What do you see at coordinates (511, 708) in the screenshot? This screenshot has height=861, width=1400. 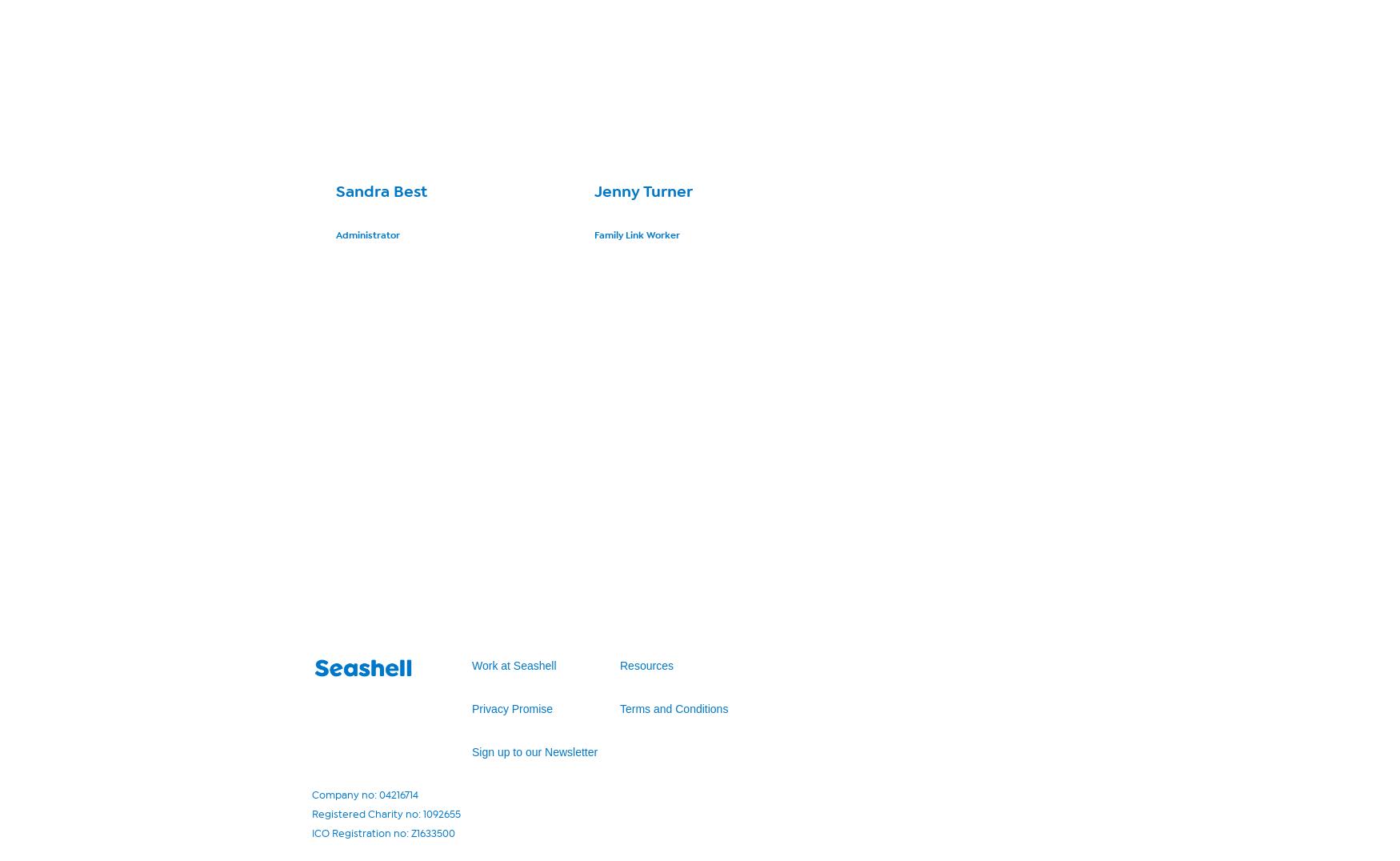 I see `'Privacy Promise'` at bounding box center [511, 708].